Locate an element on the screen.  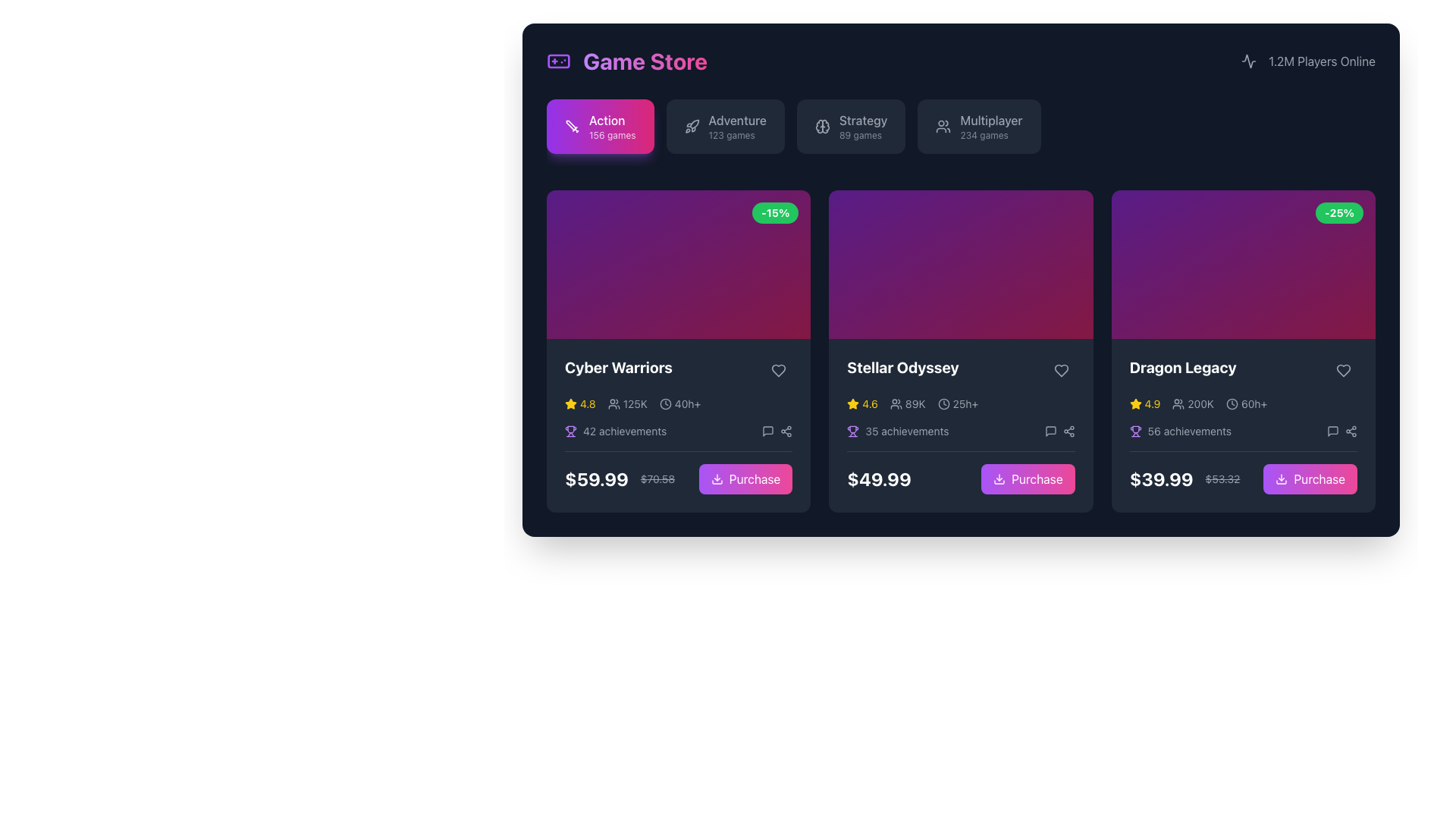
the yellow numeric text label '4.9' indicating the rating score, which is located adjacent to a yellow star icon on the 'Dragon Legacy' game card in the 'Game Store' grid is located at coordinates (1152, 403).